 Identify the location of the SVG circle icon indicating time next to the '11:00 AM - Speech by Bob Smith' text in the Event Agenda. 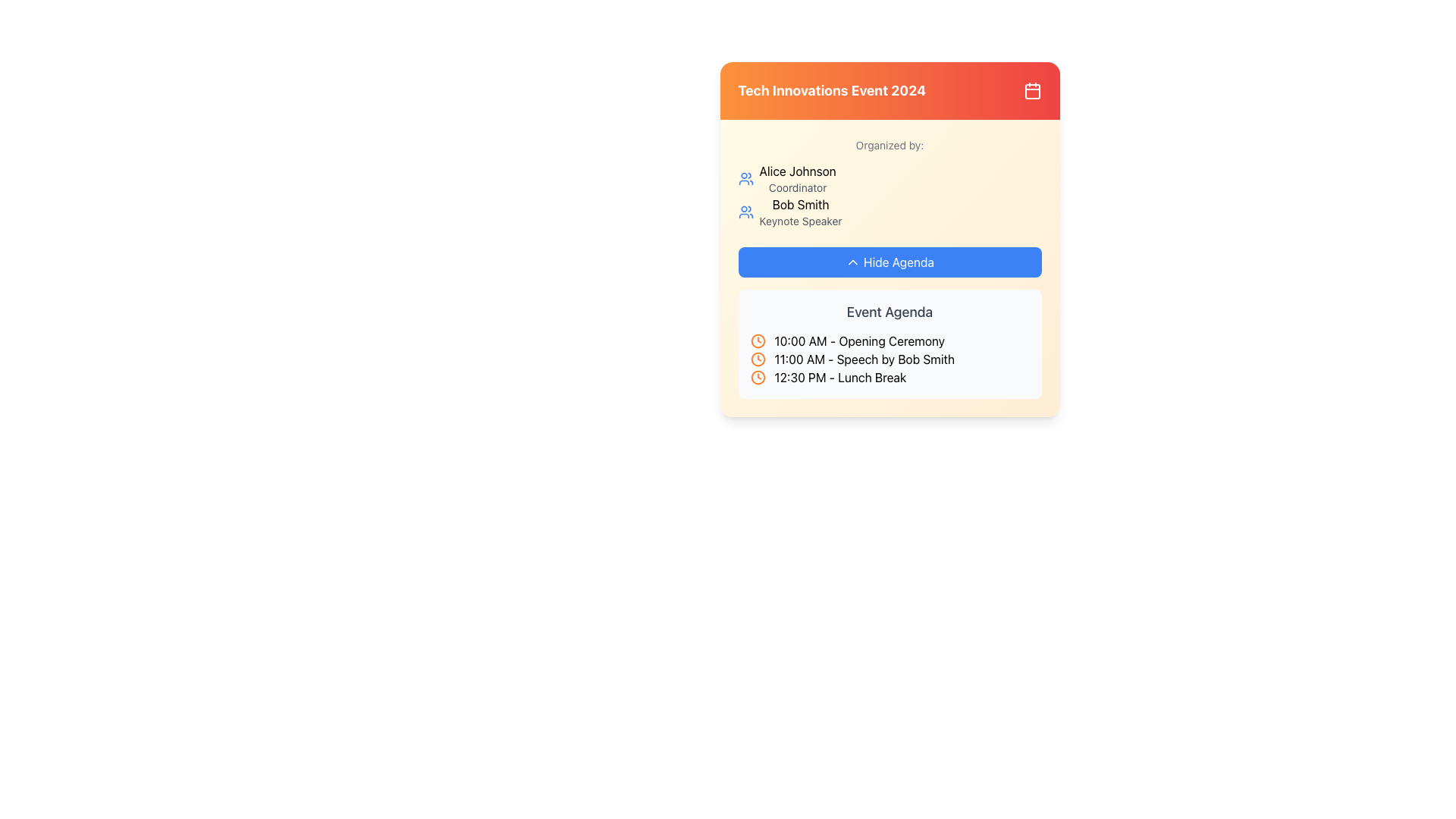
(758, 359).